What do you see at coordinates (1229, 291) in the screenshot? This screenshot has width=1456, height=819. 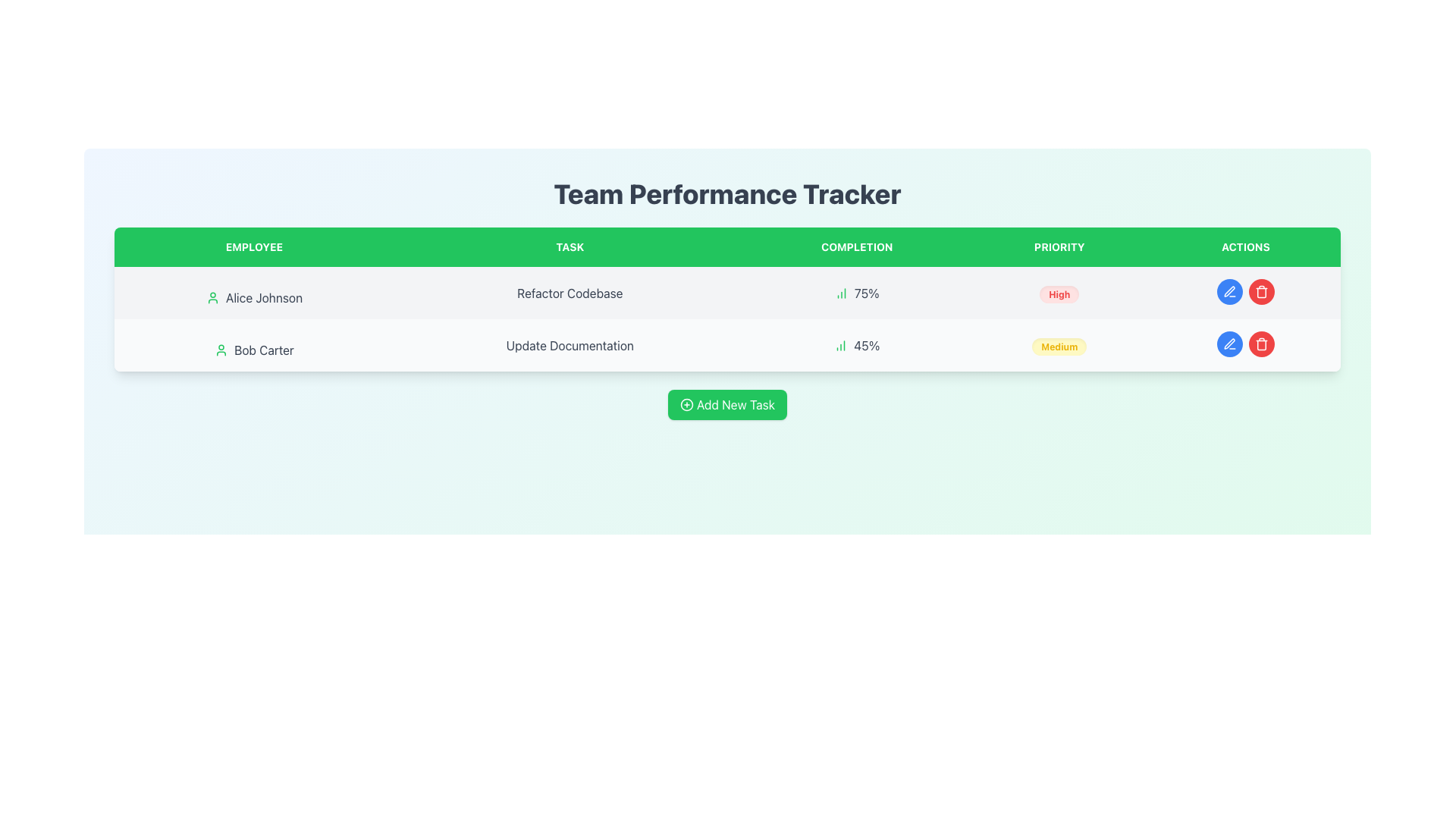 I see `the edit icon button in the 'Actions' column of the second row for the entry 'Bob Carter' to receive tooltips or visual indicators` at bounding box center [1229, 291].